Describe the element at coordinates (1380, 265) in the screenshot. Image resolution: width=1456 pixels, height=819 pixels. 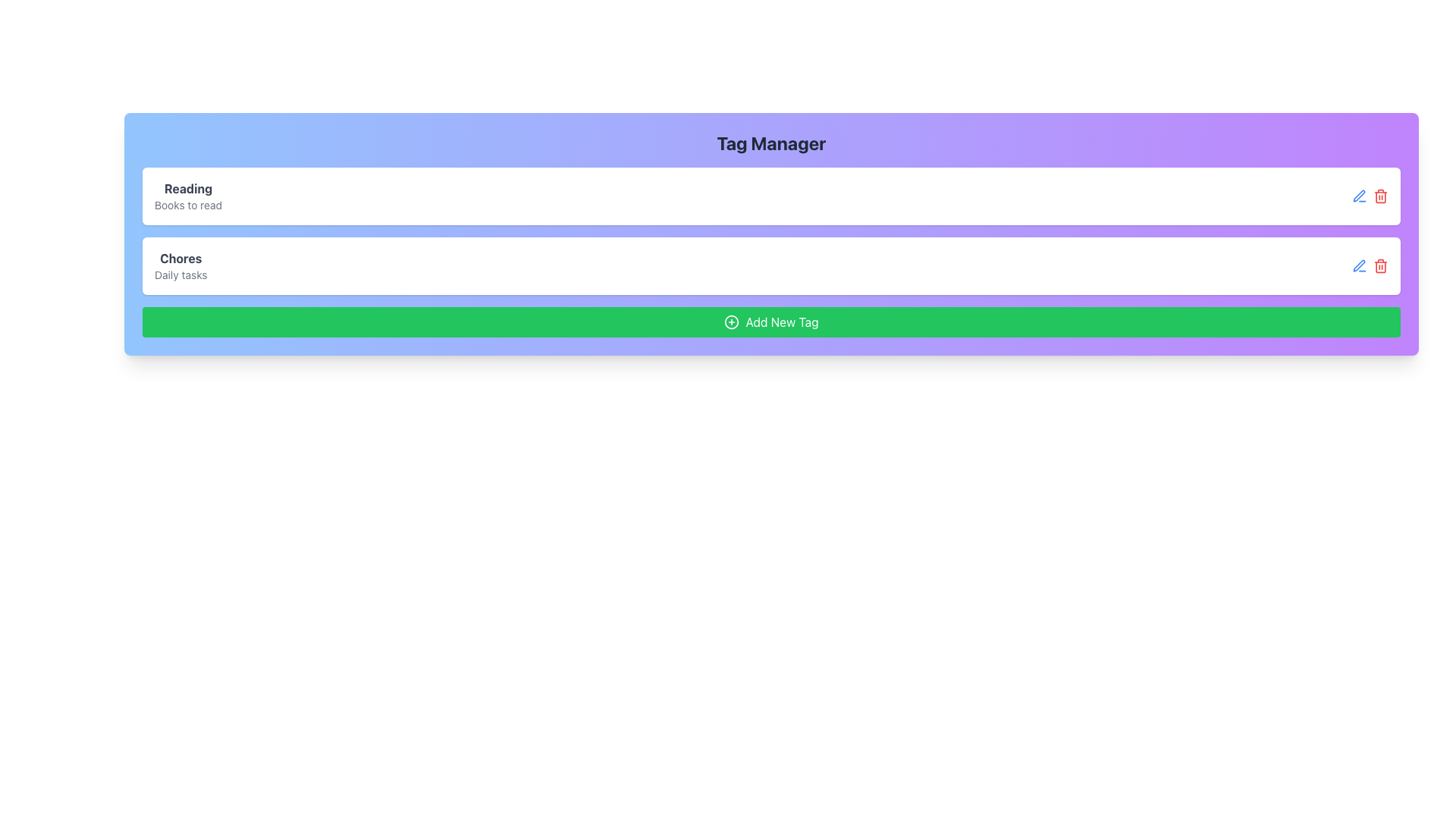
I see `the red trash bin icon button located at the end of the 'Chores' row` at that location.